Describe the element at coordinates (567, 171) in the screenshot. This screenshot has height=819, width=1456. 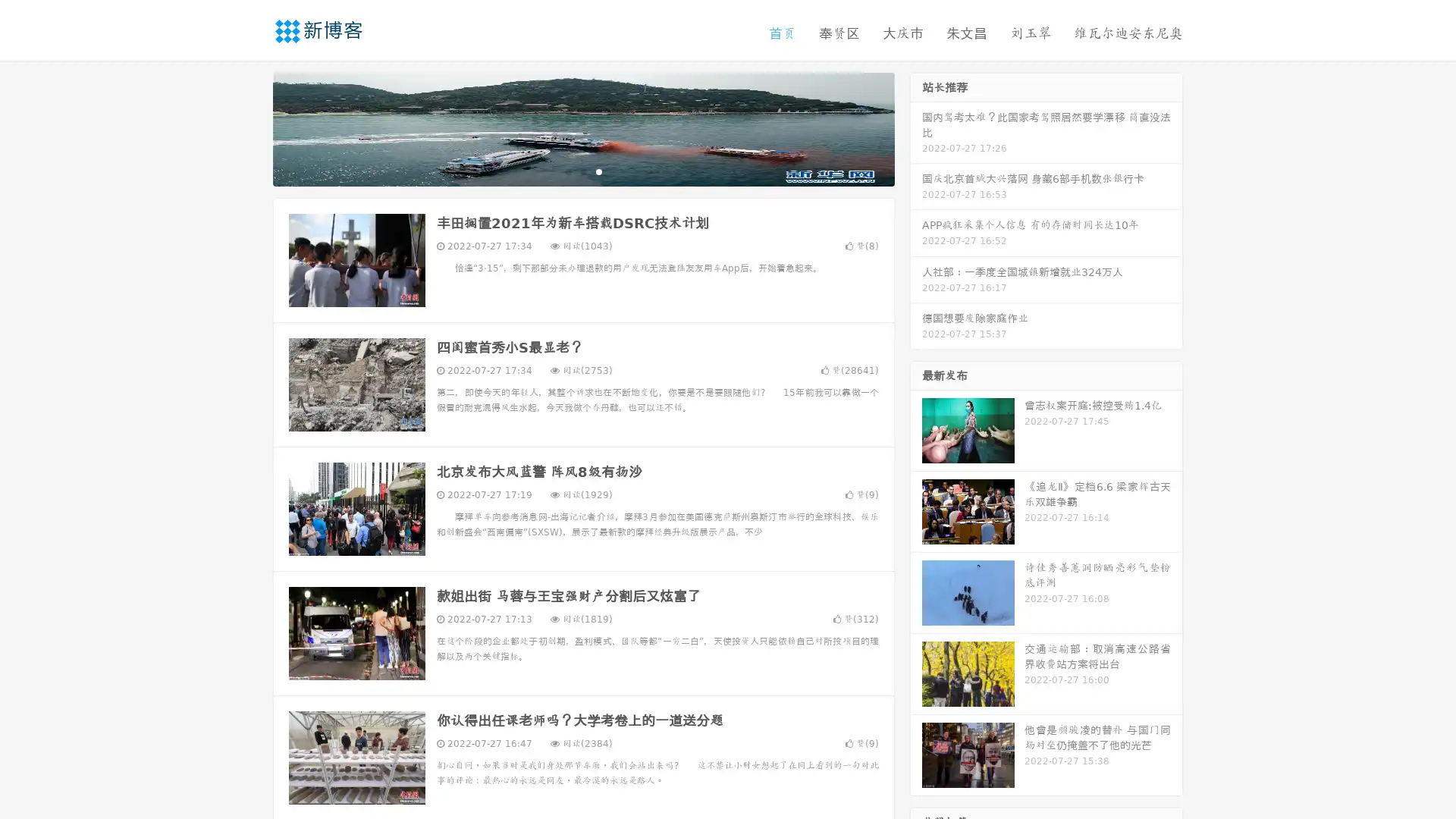
I see `Go to slide 1` at that location.